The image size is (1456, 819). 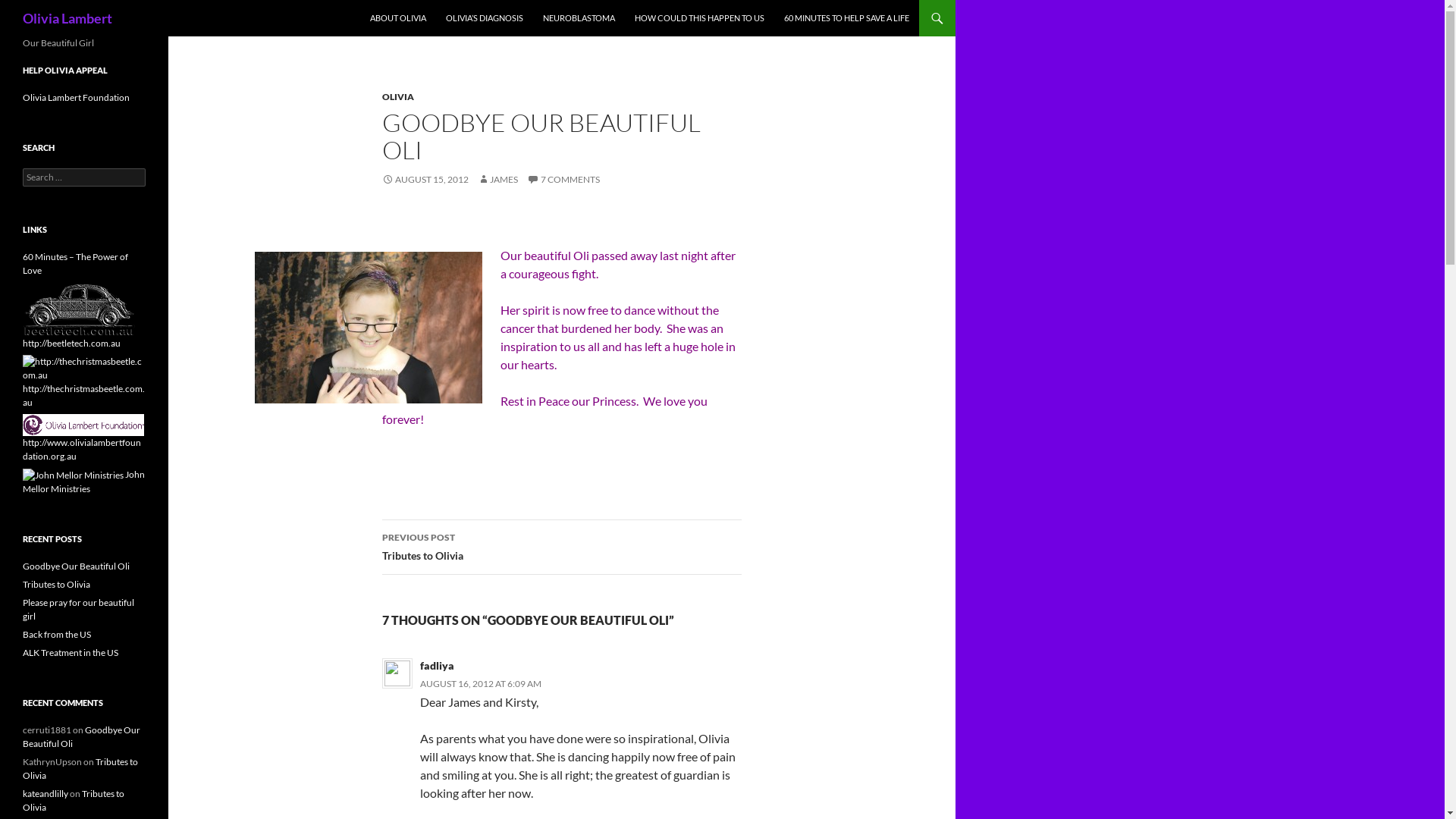 I want to click on 'ABOUT OLIVIA', so click(x=359, y=17).